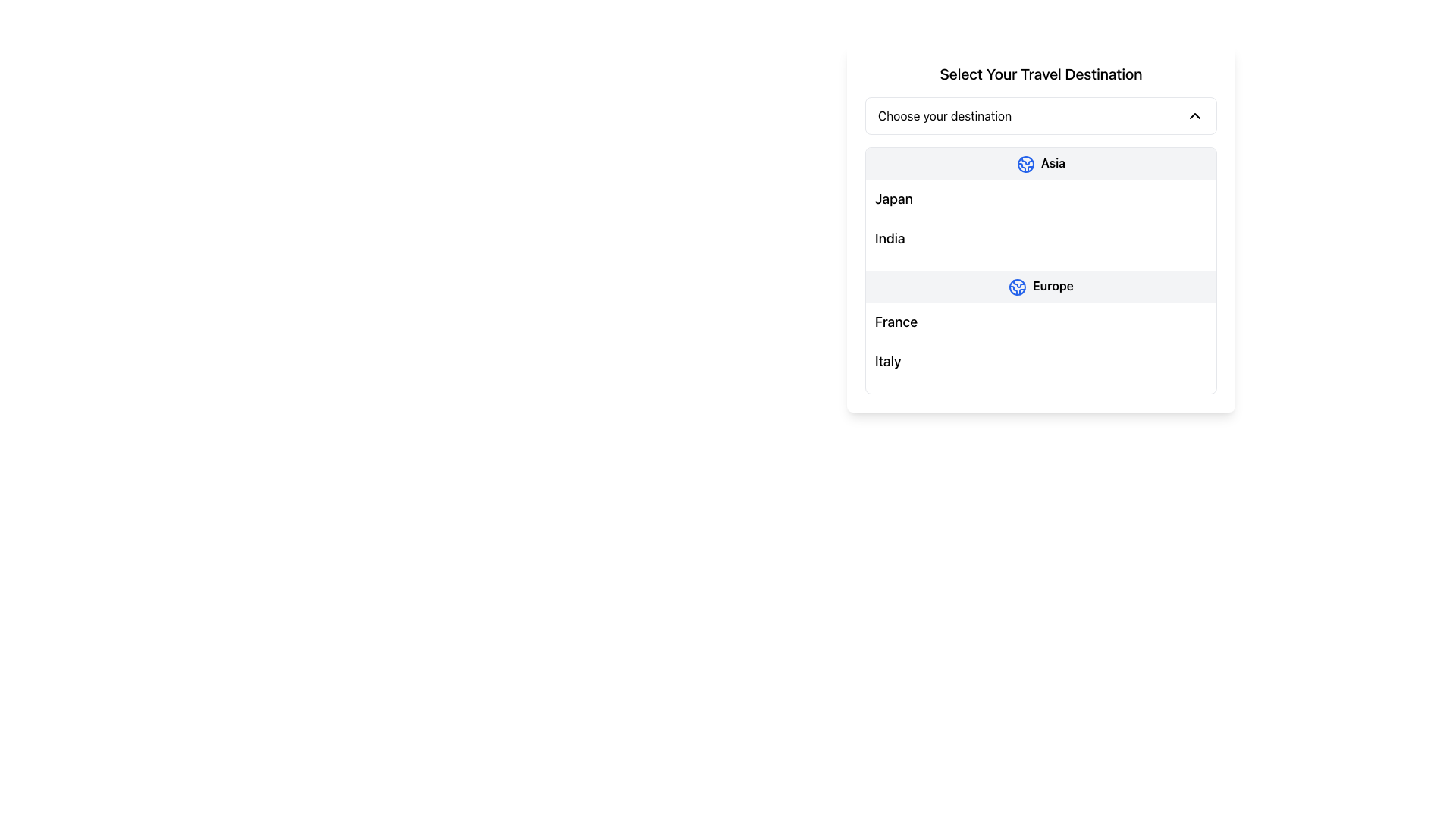 Image resolution: width=1456 pixels, height=819 pixels. I want to click on the geographical region 'Asia' icon, which is positioned to the left of the text 'Asia' in the dropdown interface, so click(1025, 164).